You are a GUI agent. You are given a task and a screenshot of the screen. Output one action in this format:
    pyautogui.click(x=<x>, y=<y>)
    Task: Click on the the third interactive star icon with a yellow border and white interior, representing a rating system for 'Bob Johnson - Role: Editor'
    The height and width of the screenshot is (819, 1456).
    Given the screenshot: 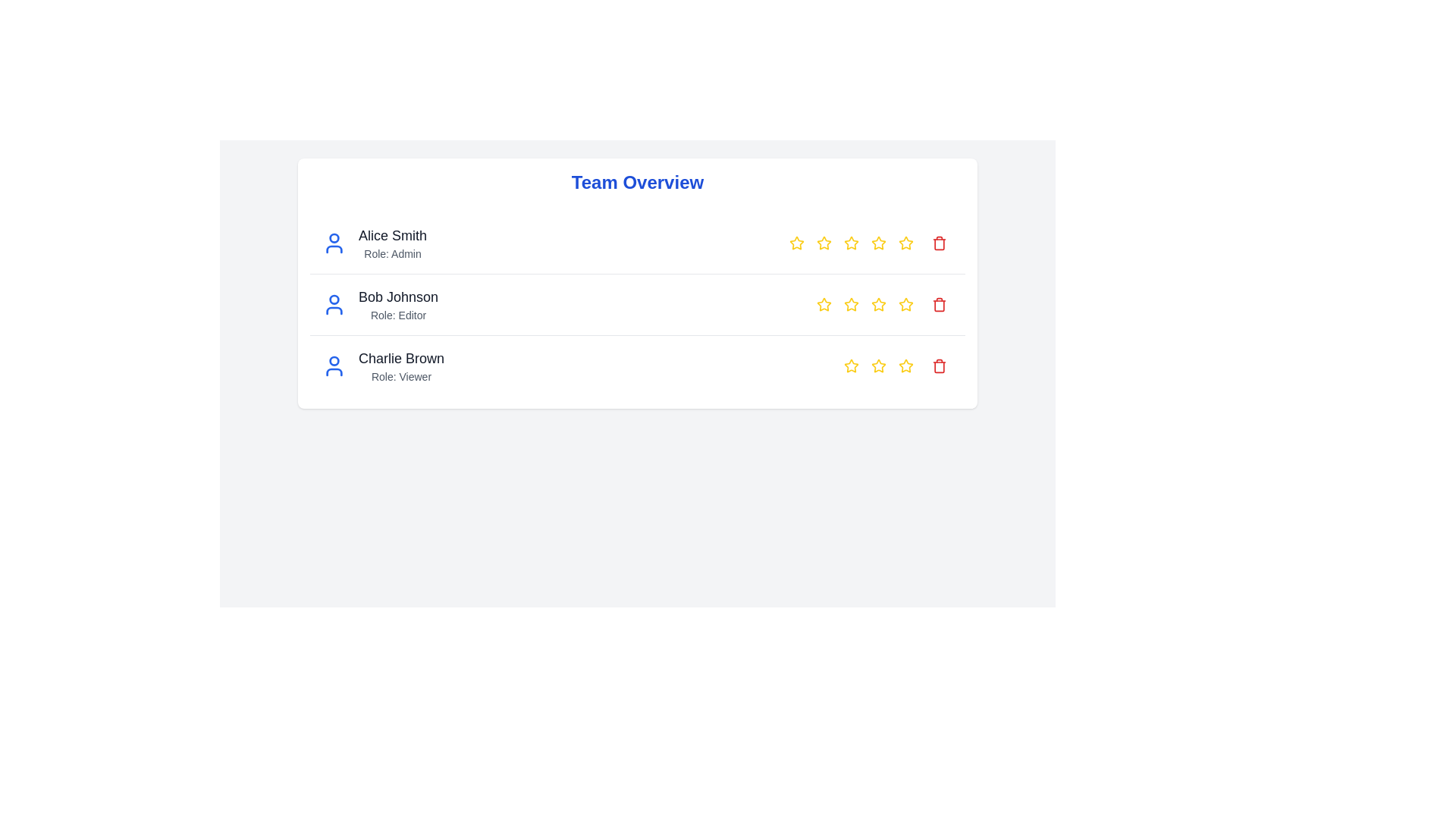 What is the action you would take?
    pyautogui.click(x=851, y=304)
    